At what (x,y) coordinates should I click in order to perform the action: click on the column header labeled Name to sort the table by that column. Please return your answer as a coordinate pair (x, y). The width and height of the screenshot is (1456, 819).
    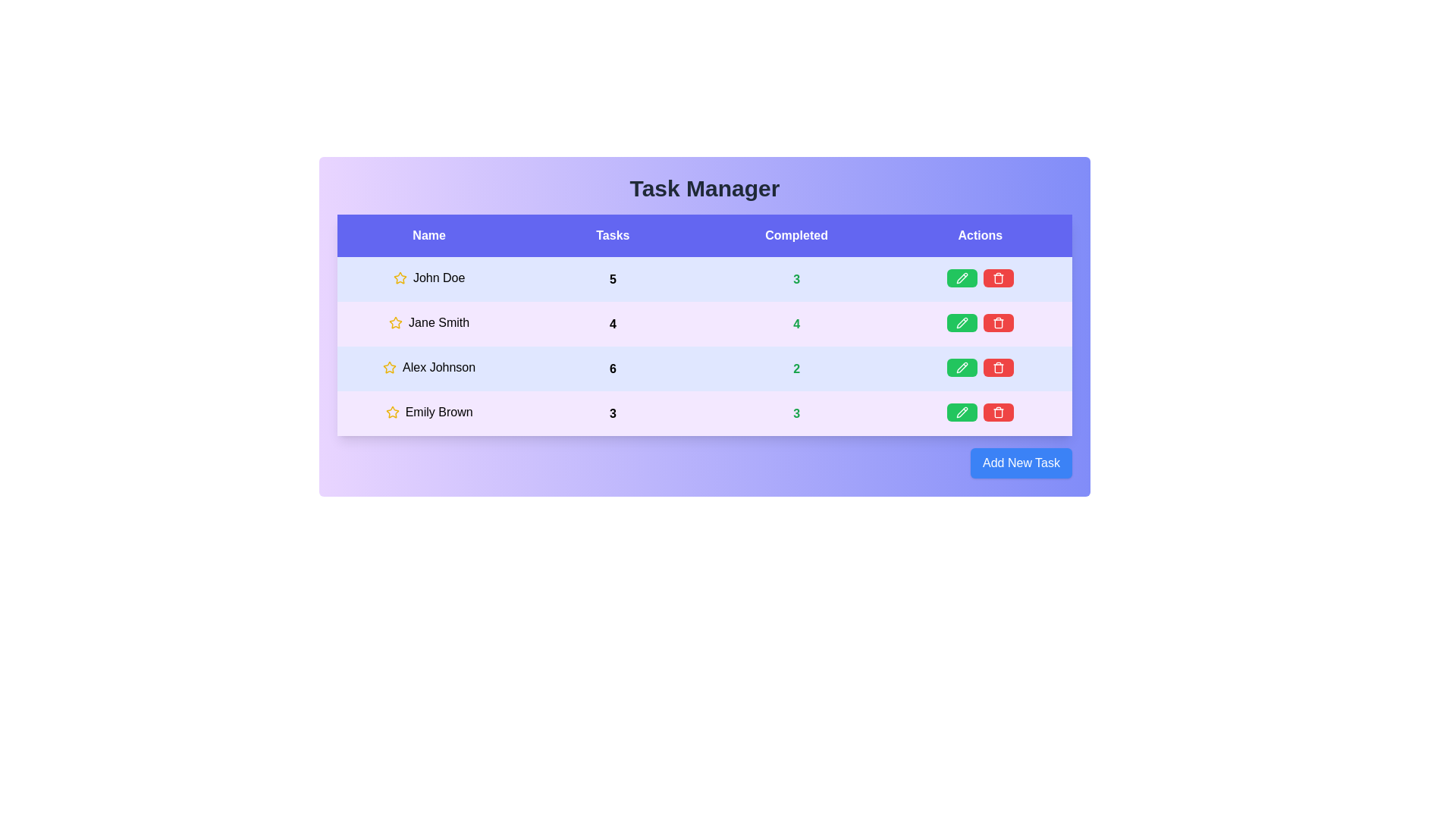
    Looking at the image, I should click on (428, 236).